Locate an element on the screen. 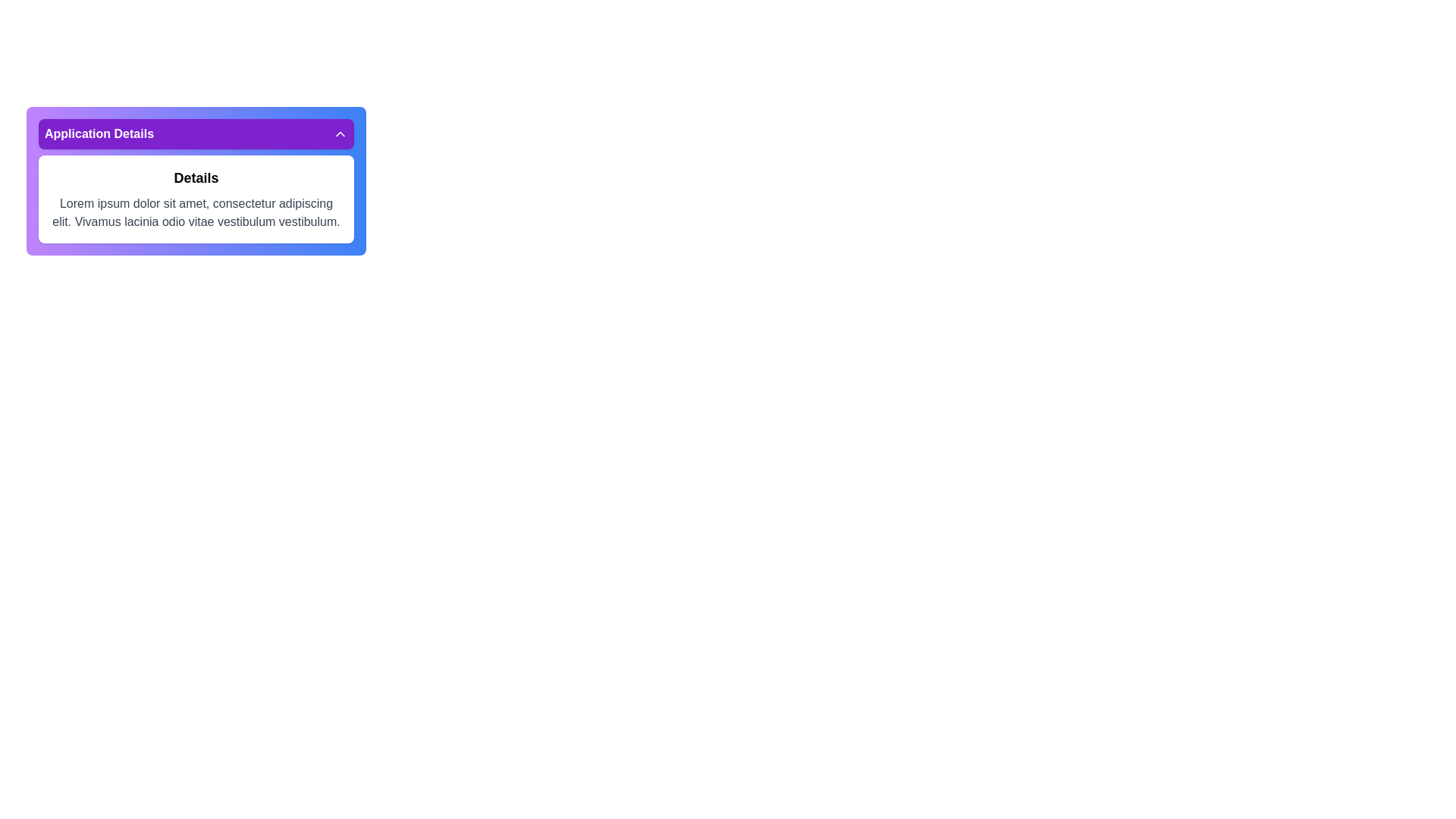 The width and height of the screenshot is (1456, 819). the text label element displaying the paragraph styled in gray font, contained within a white background panel beneath the 'Details' subtitle in the 'Application Details' card is located at coordinates (196, 213).